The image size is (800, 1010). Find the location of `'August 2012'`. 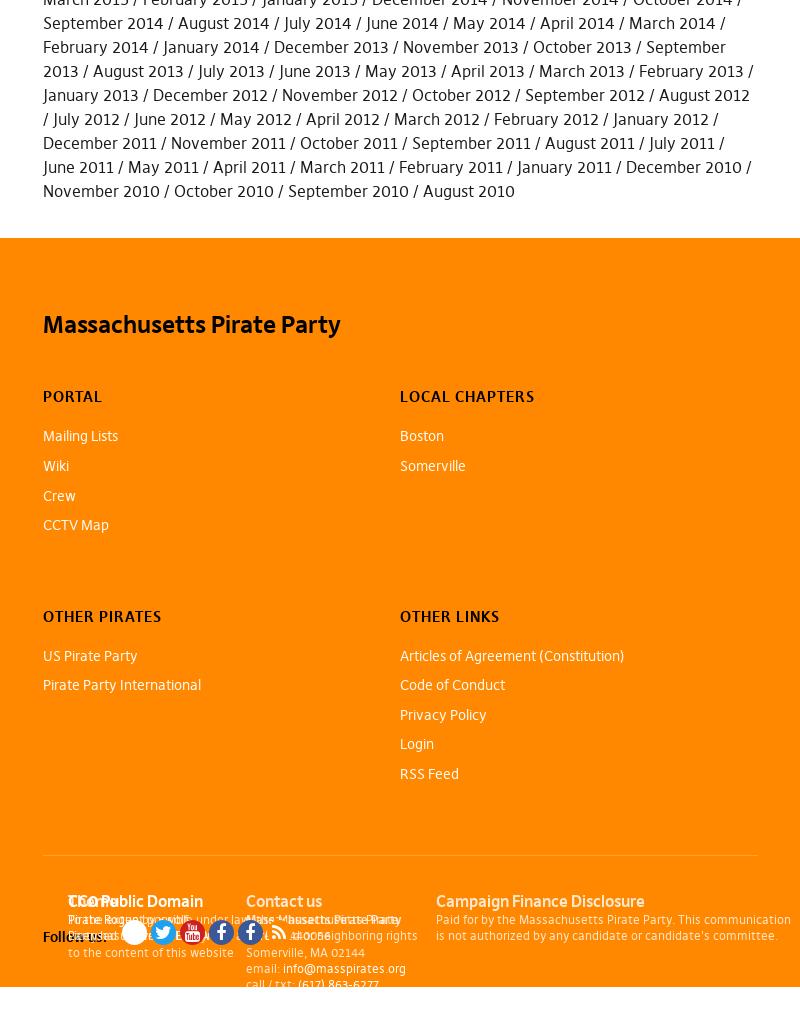

'August 2012' is located at coordinates (702, 93).